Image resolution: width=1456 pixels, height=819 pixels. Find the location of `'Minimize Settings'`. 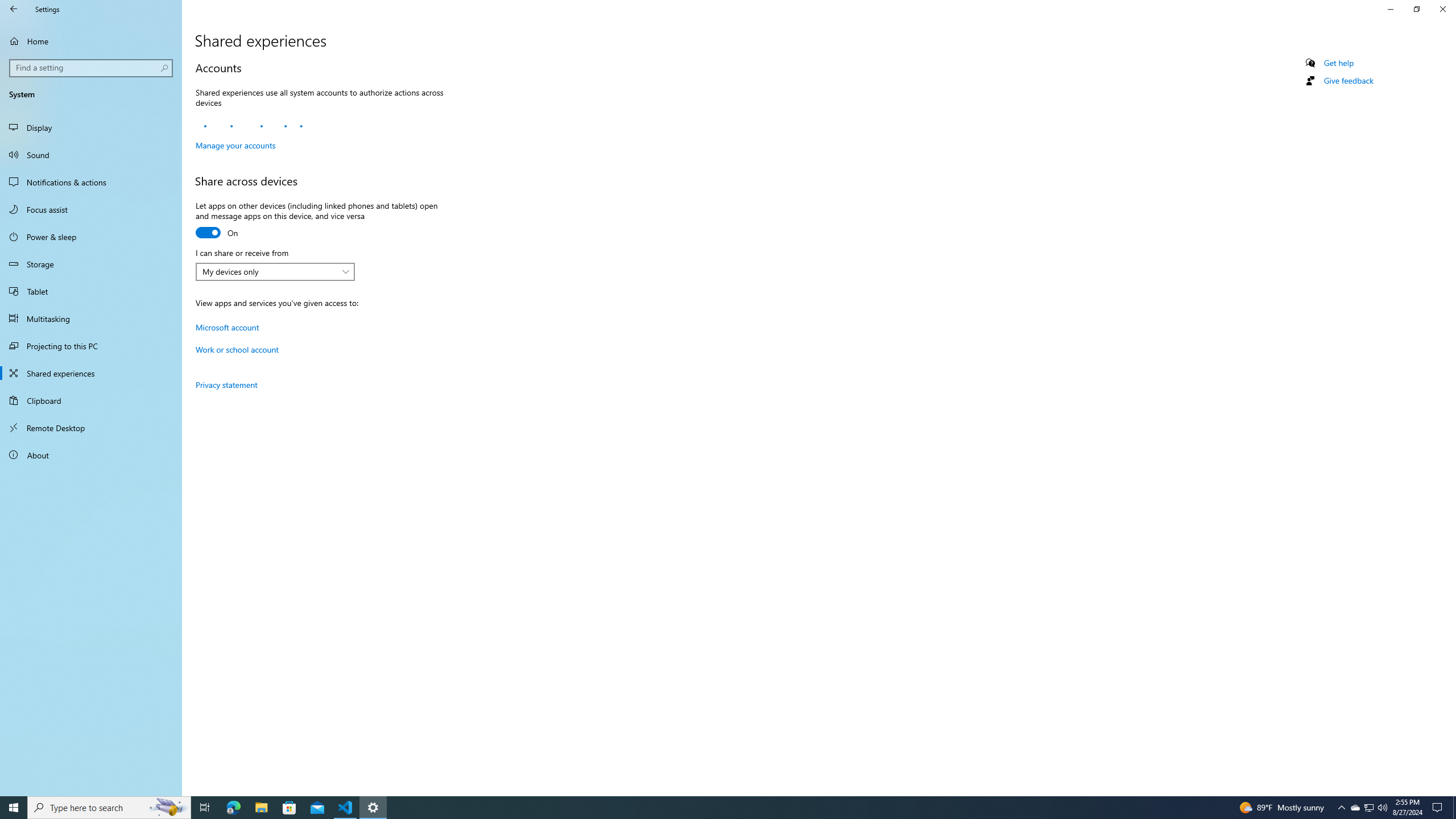

'Minimize Settings' is located at coordinates (1389, 9).